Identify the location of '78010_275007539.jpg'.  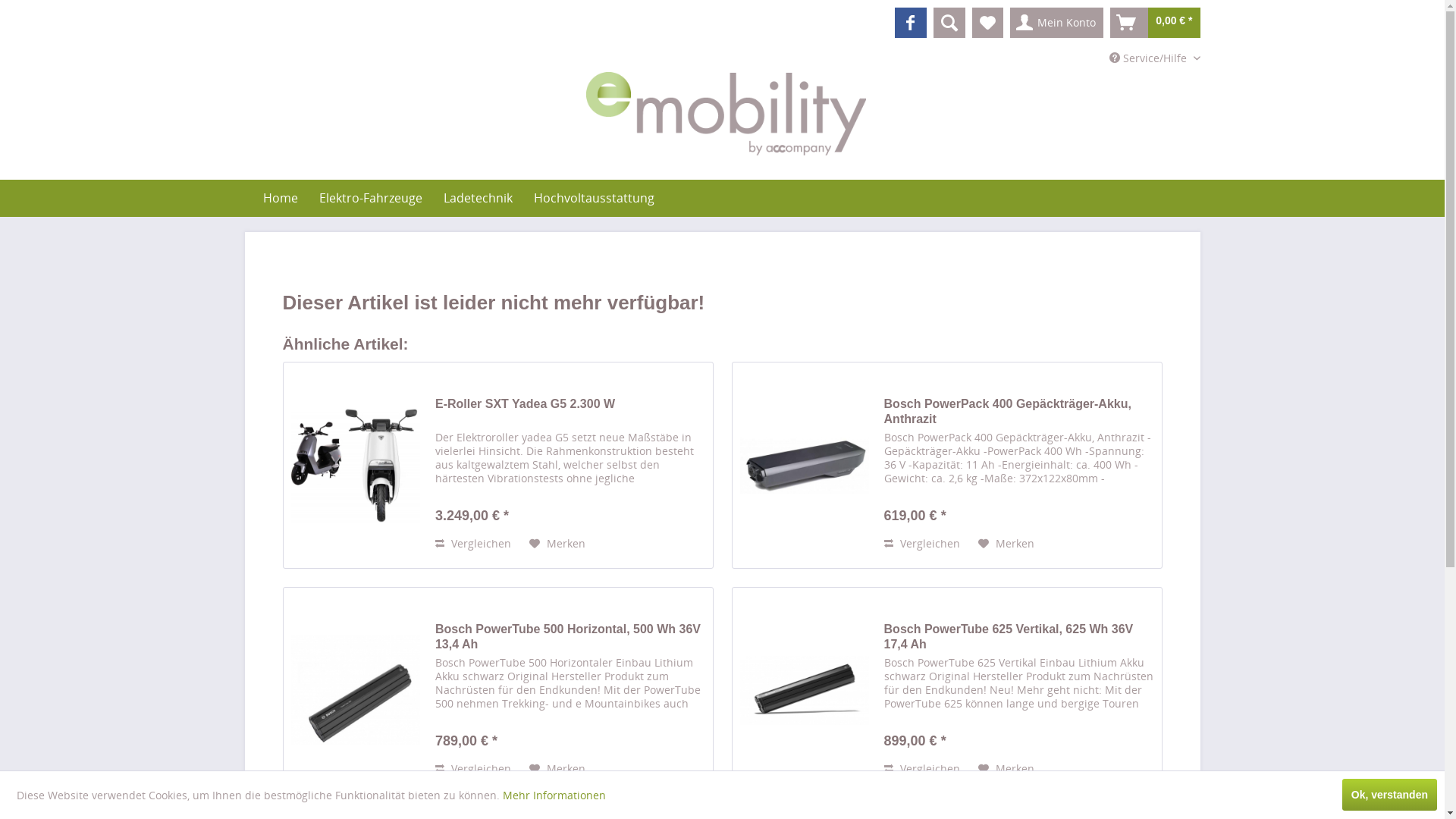
(291, 690).